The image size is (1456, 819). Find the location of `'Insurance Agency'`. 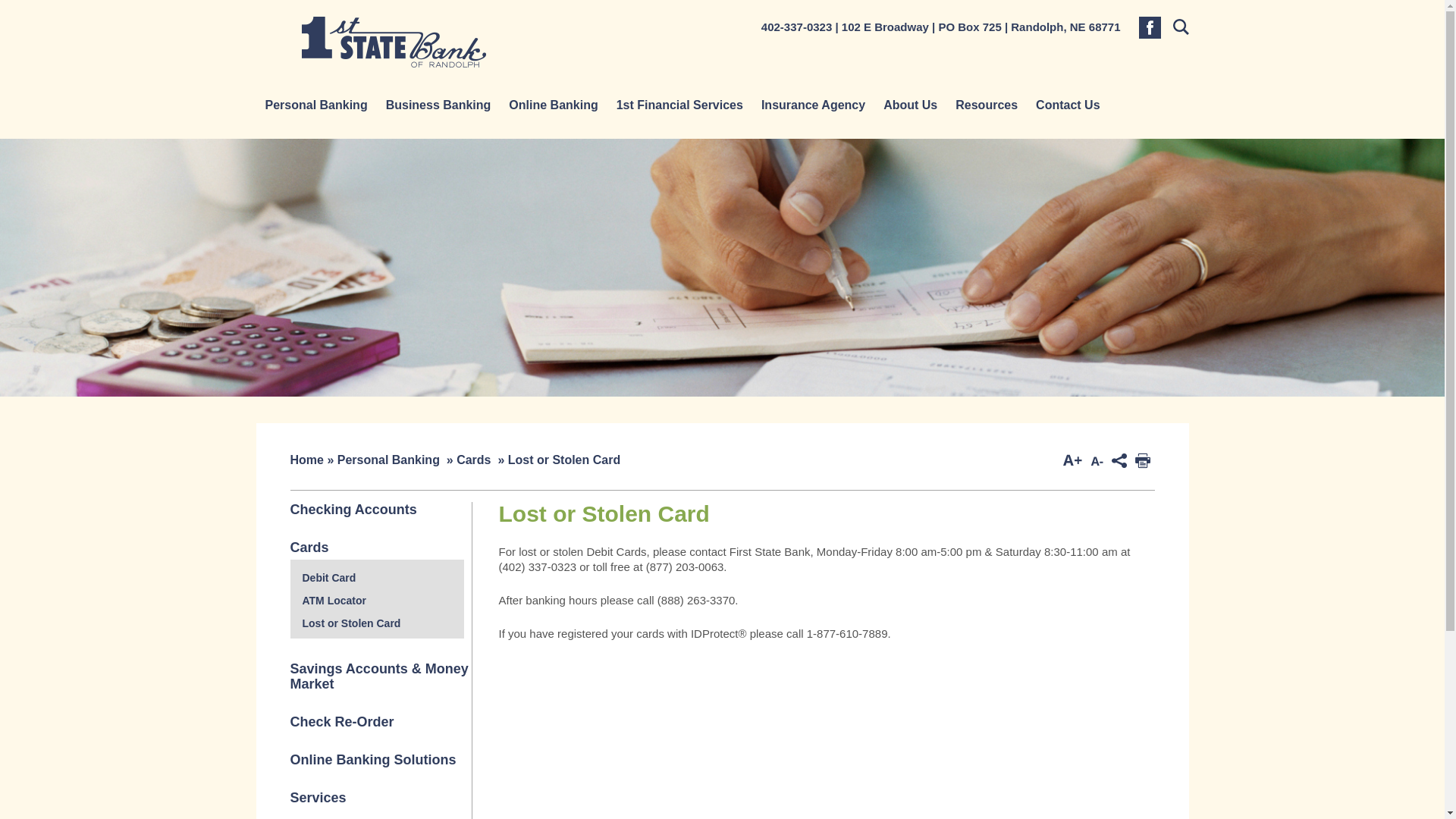

'Insurance Agency' is located at coordinates (752, 104).